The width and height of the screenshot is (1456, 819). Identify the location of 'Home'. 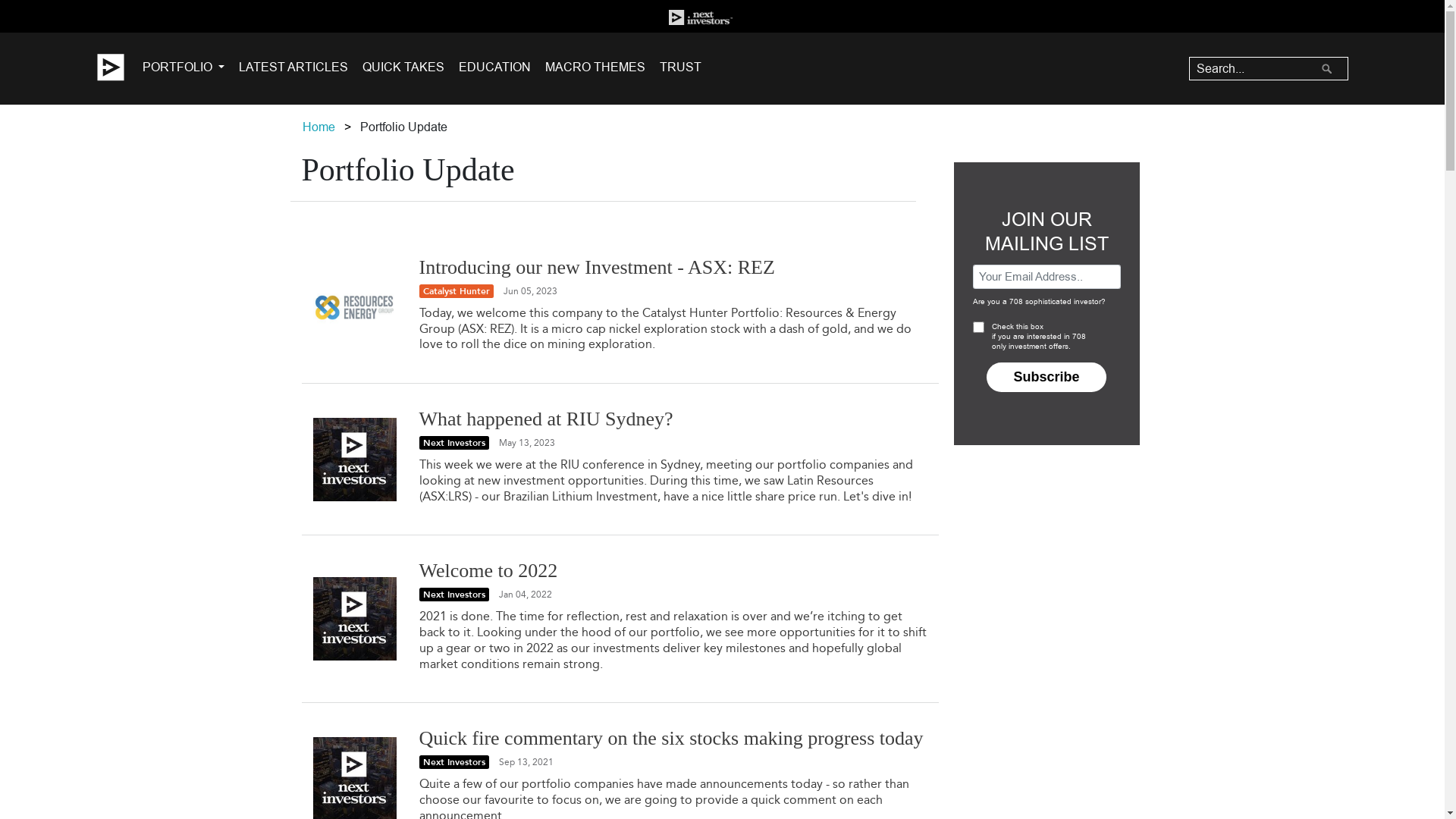
(317, 126).